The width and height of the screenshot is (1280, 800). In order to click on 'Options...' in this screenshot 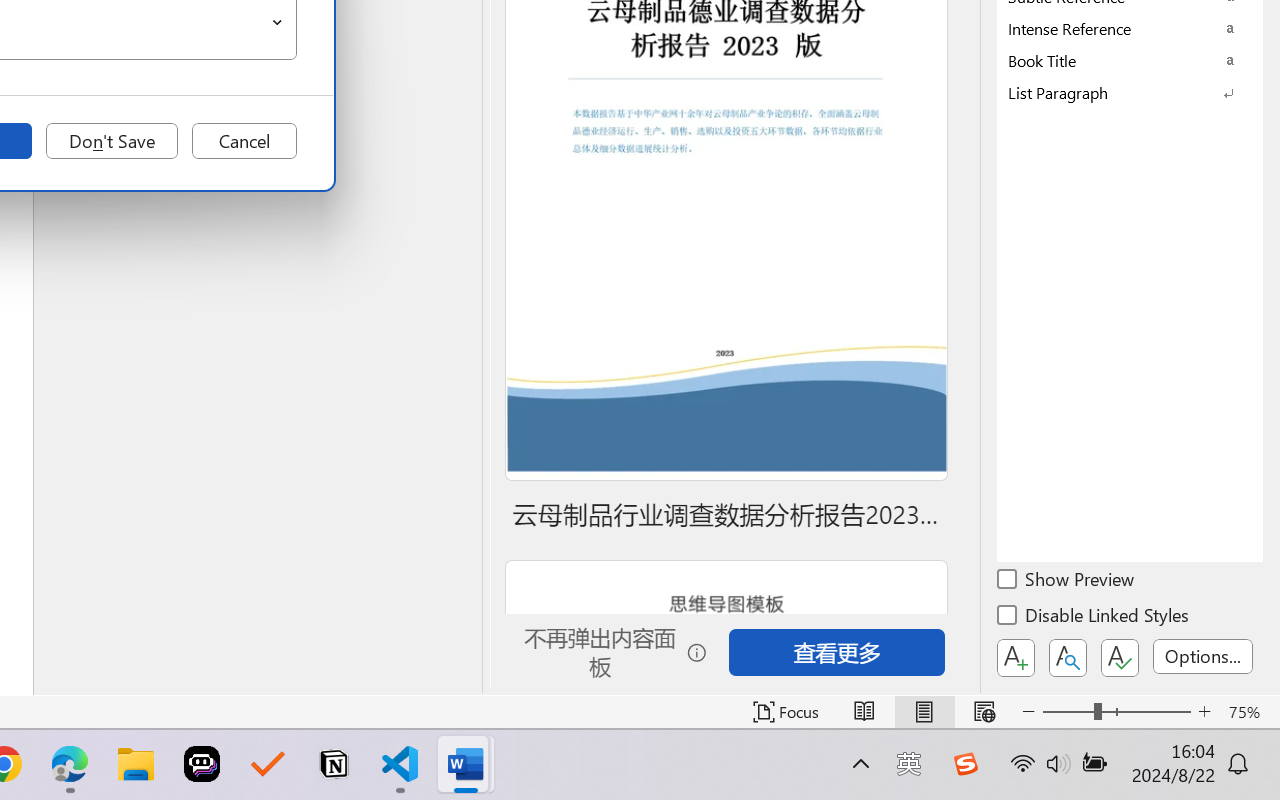, I will do `click(1202, 655)`.